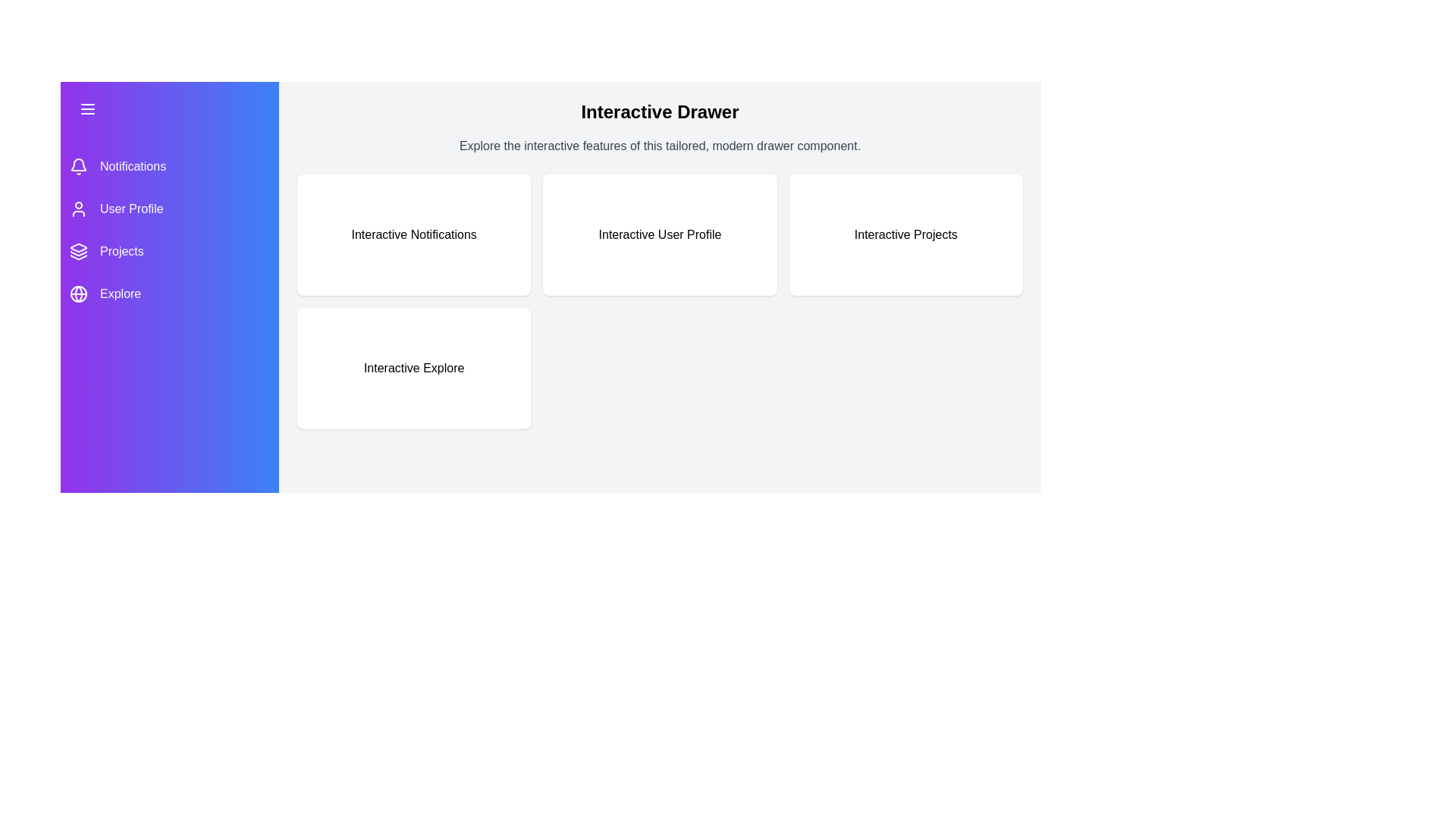  I want to click on the menu item Projects, so click(170, 250).